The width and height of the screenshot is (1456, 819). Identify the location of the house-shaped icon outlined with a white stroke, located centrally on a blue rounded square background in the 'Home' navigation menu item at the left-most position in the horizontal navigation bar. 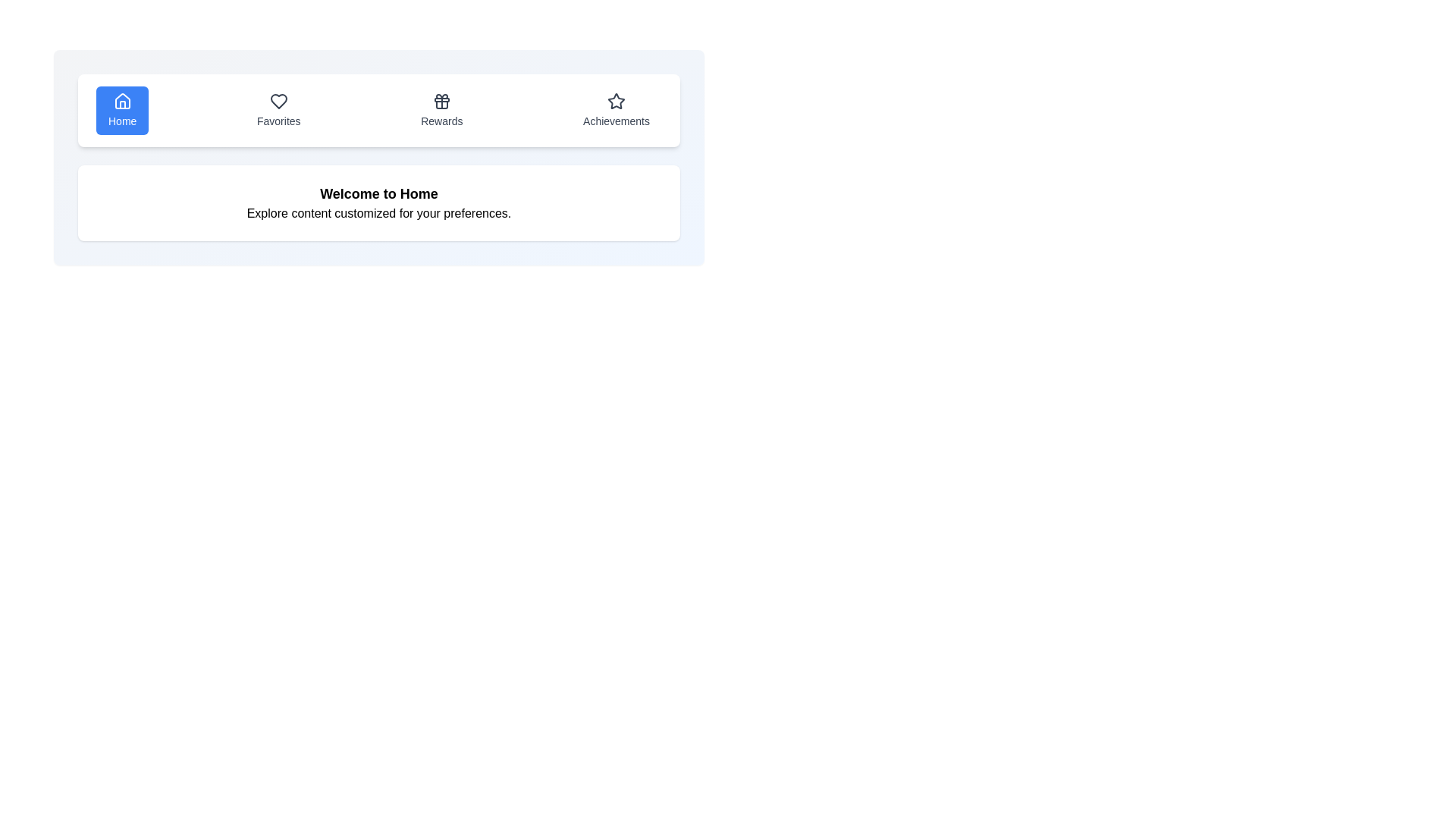
(122, 102).